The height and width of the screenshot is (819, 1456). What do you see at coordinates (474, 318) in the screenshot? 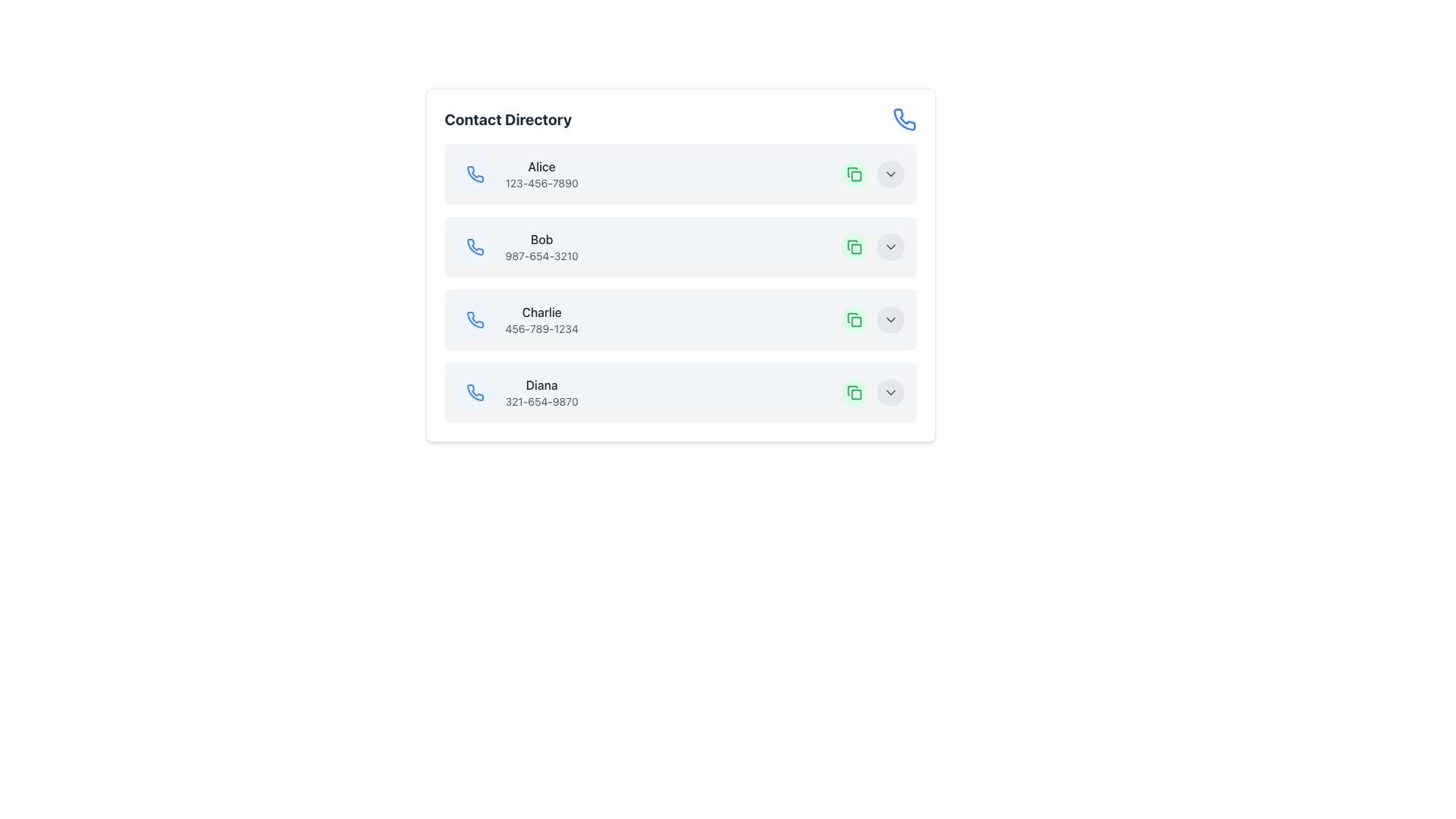
I see `the Icon Button for contact 'Charlie'` at bounding box center [474, 318].